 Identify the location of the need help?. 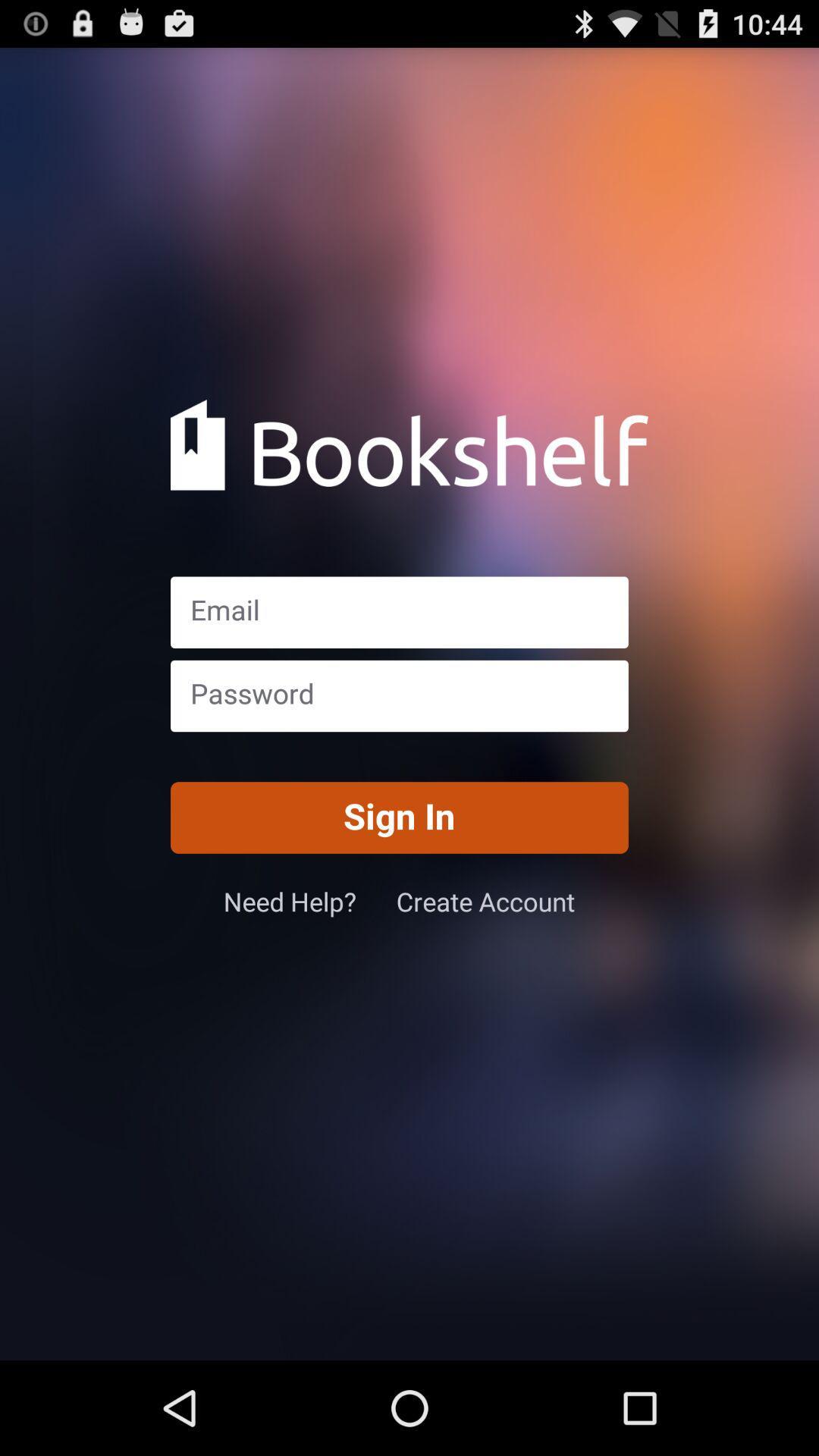
(309, 901).